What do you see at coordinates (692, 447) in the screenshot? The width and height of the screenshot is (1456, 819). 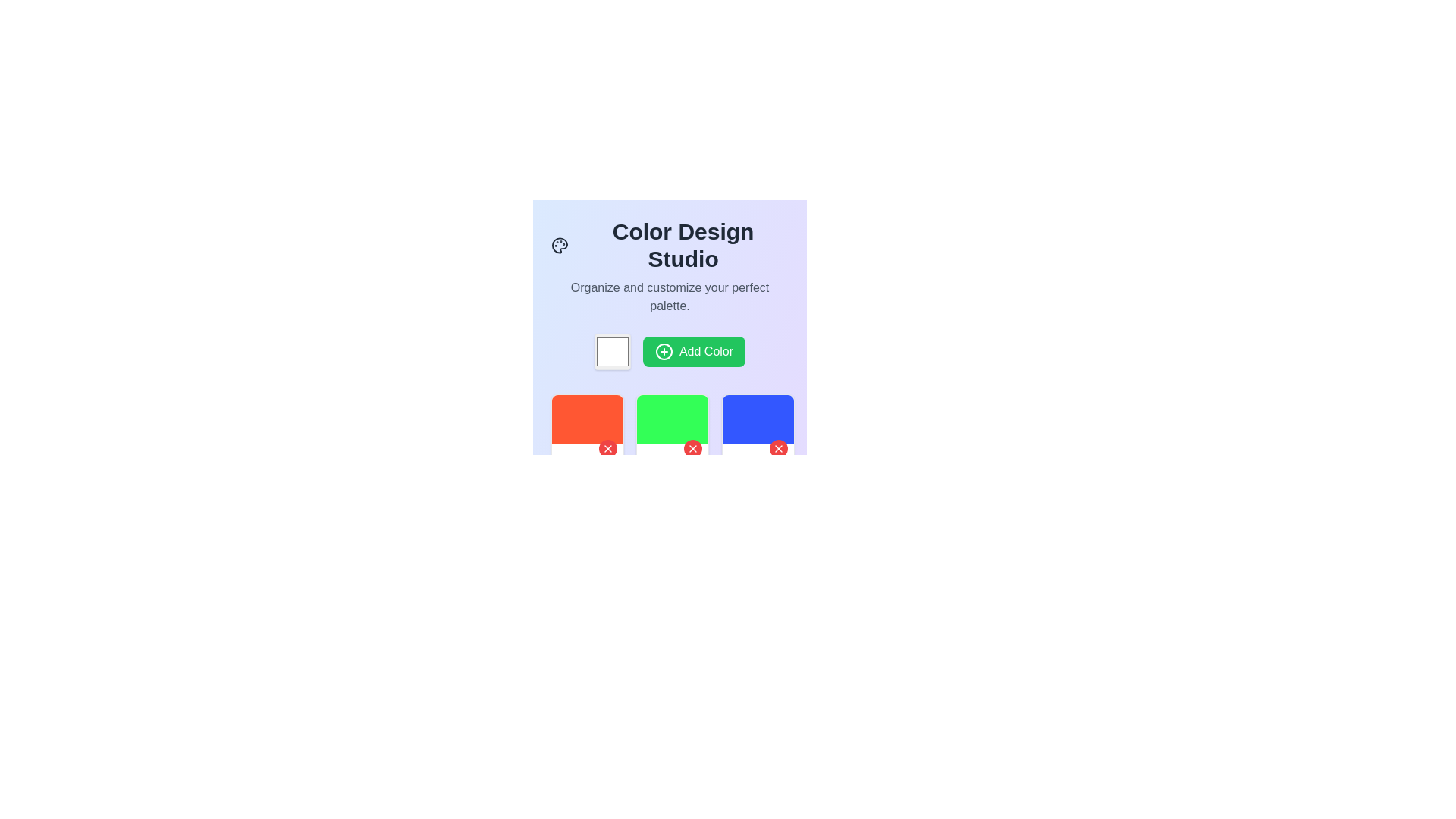 I see `the delete button located at the bottom-right corner of the green rectangular color swatch` at bounding box center [692, 447].